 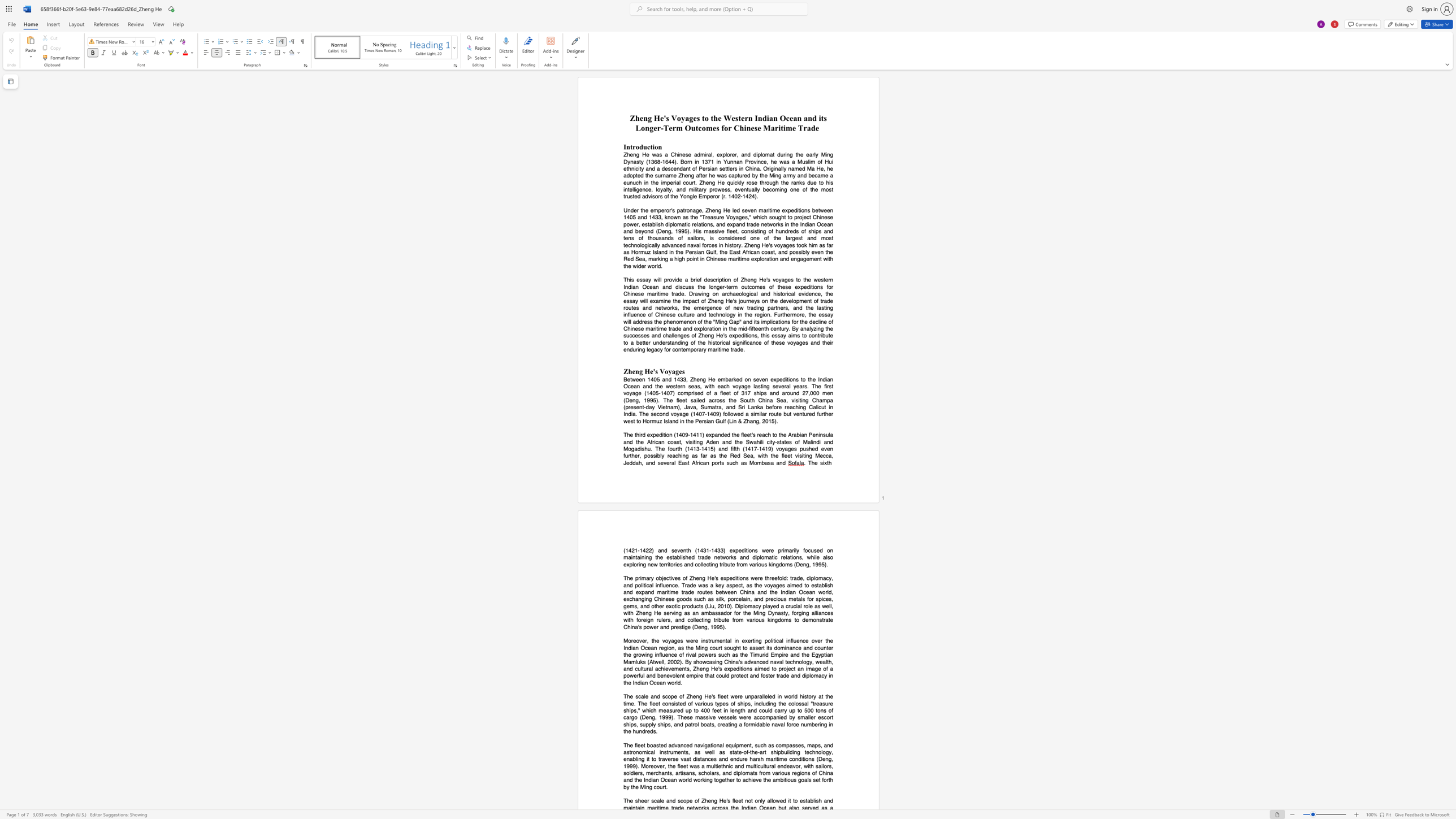 What do you see at coordinates (655, 385) in the screenshot?
I see `the subset text "the western seas, wi" within the text "Between 1405 and 1433, Zheng He embarked on seven expeditions to the Indian Ocean and the western seas, with each voyage lasting several years. The first voyage (1405-1407)"` at bounding box center [655, 385].